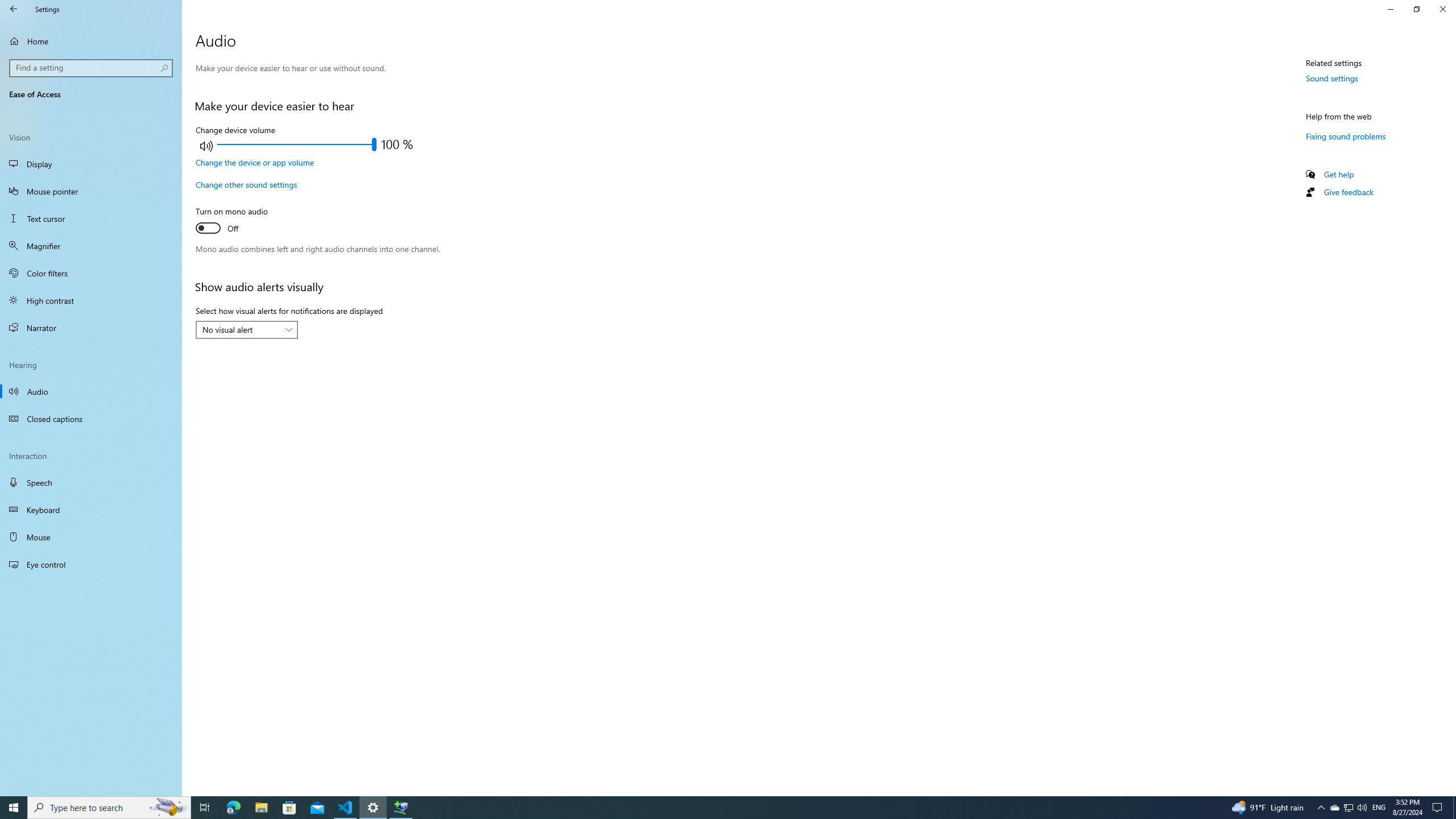 The image size is (1456, 819). What do you see at coordinates (90, 510) in the screenshot?
I see `'Keyboard'` at bounding box center [90, 510].